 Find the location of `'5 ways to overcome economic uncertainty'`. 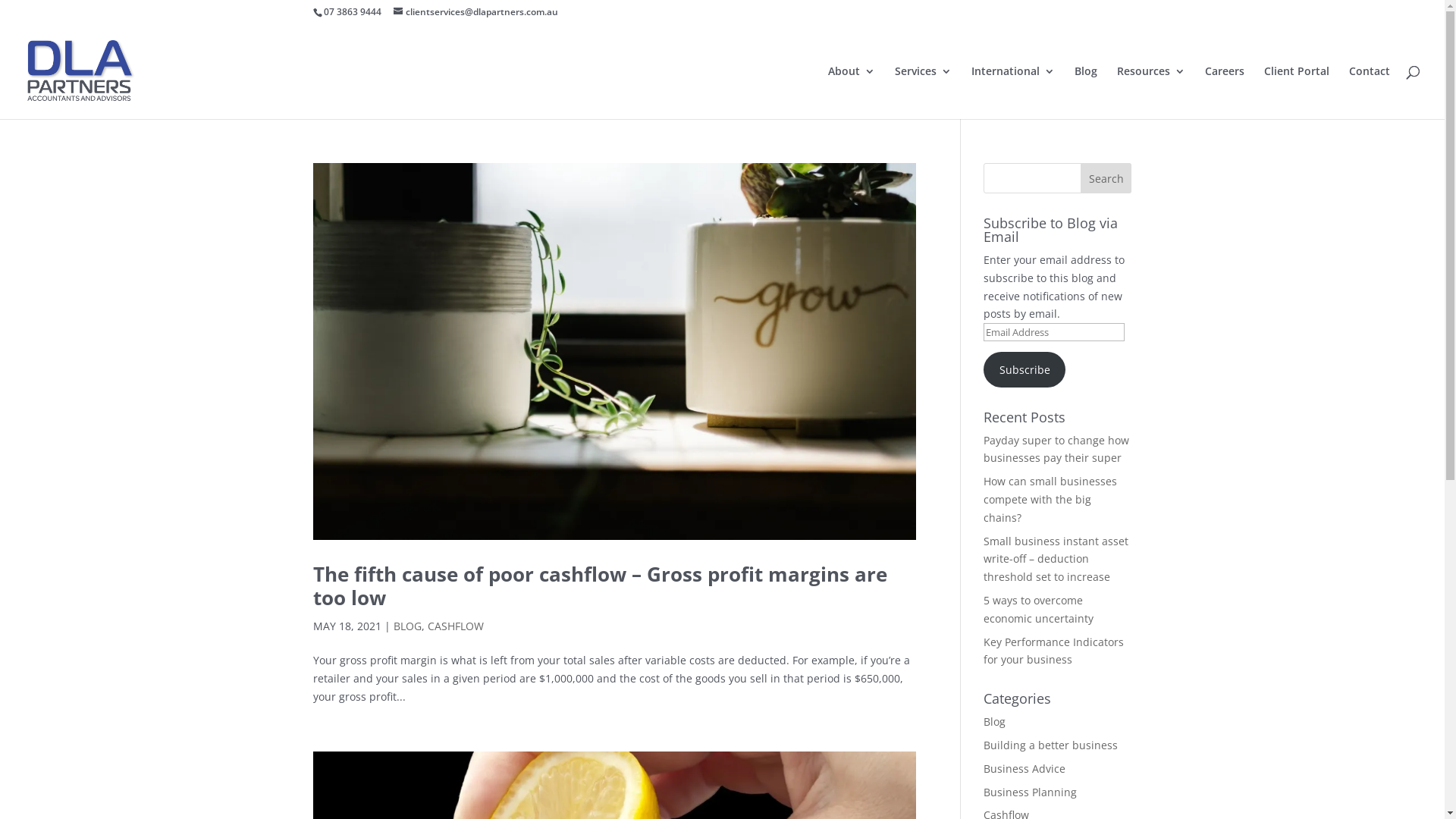

'5 ways to overcome economic uncertainty' is located at coordinates (1037, 608).